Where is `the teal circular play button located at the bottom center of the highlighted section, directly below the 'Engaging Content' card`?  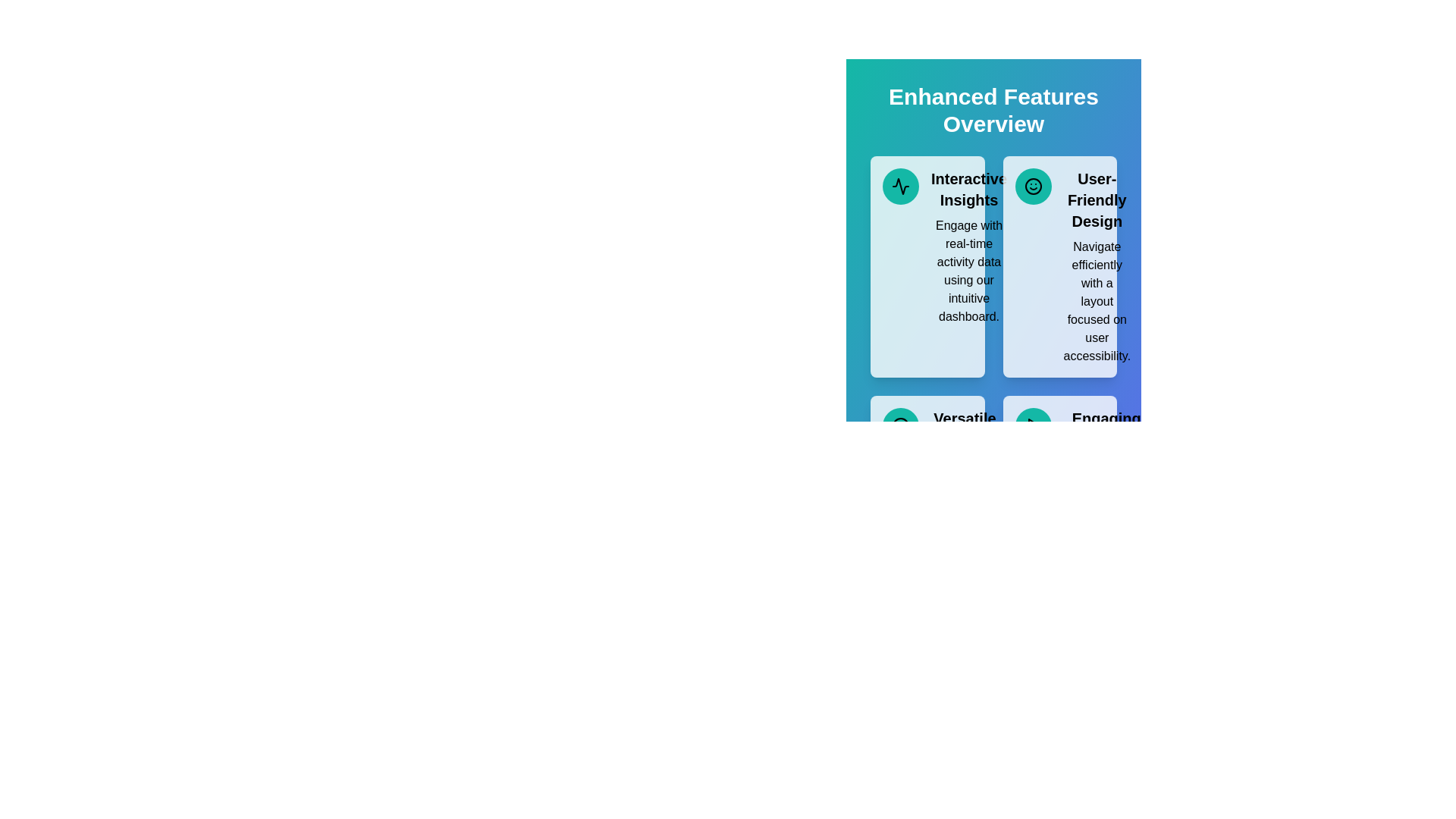
the teal circular play button located at the bottom center of the highlighted section, directly below the 'Engaging Content' card is located at coordinates (1032, 426).